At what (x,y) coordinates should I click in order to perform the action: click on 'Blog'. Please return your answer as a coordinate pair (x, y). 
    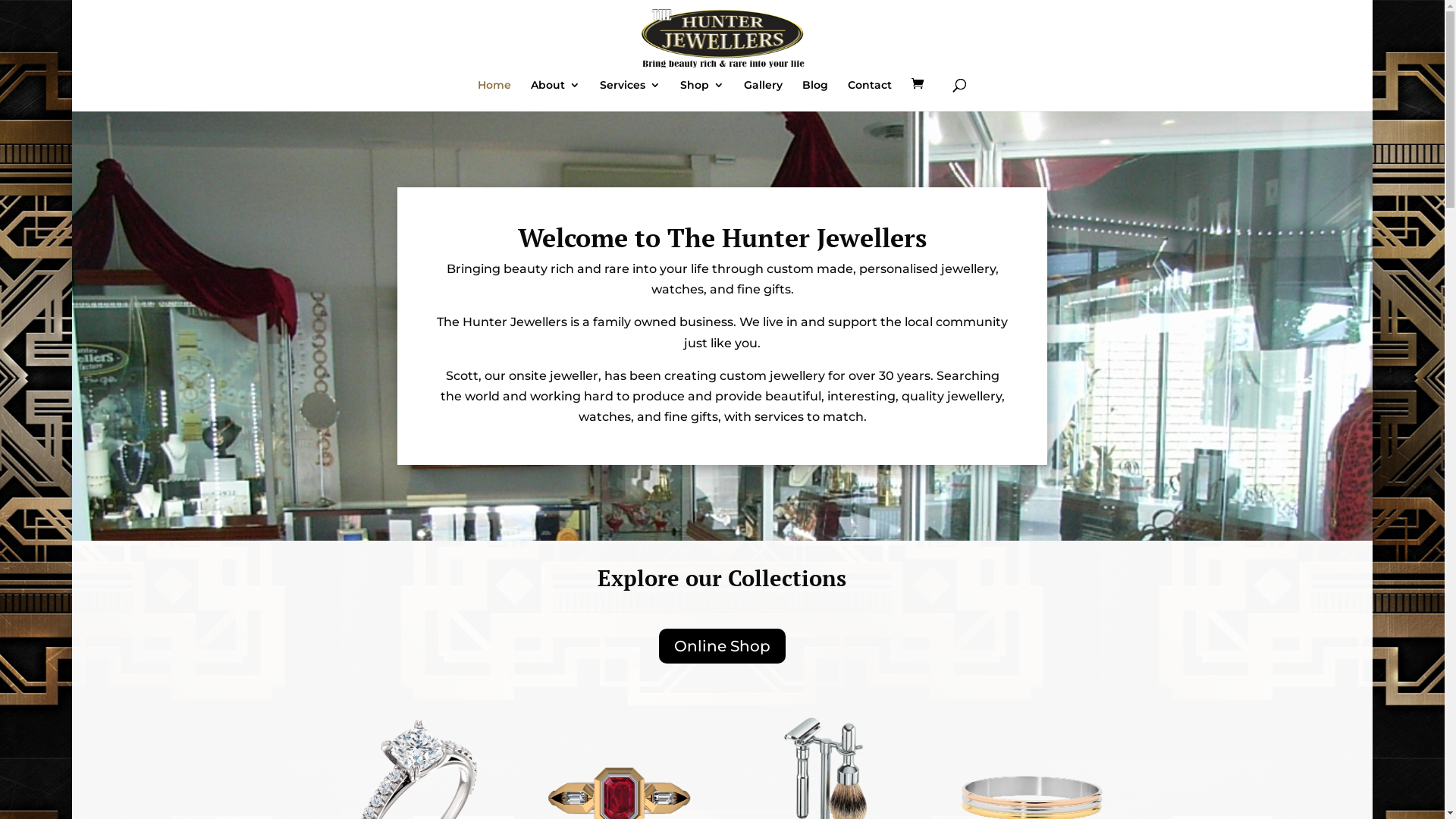
    Looking at the image, I should click on (814, 96).